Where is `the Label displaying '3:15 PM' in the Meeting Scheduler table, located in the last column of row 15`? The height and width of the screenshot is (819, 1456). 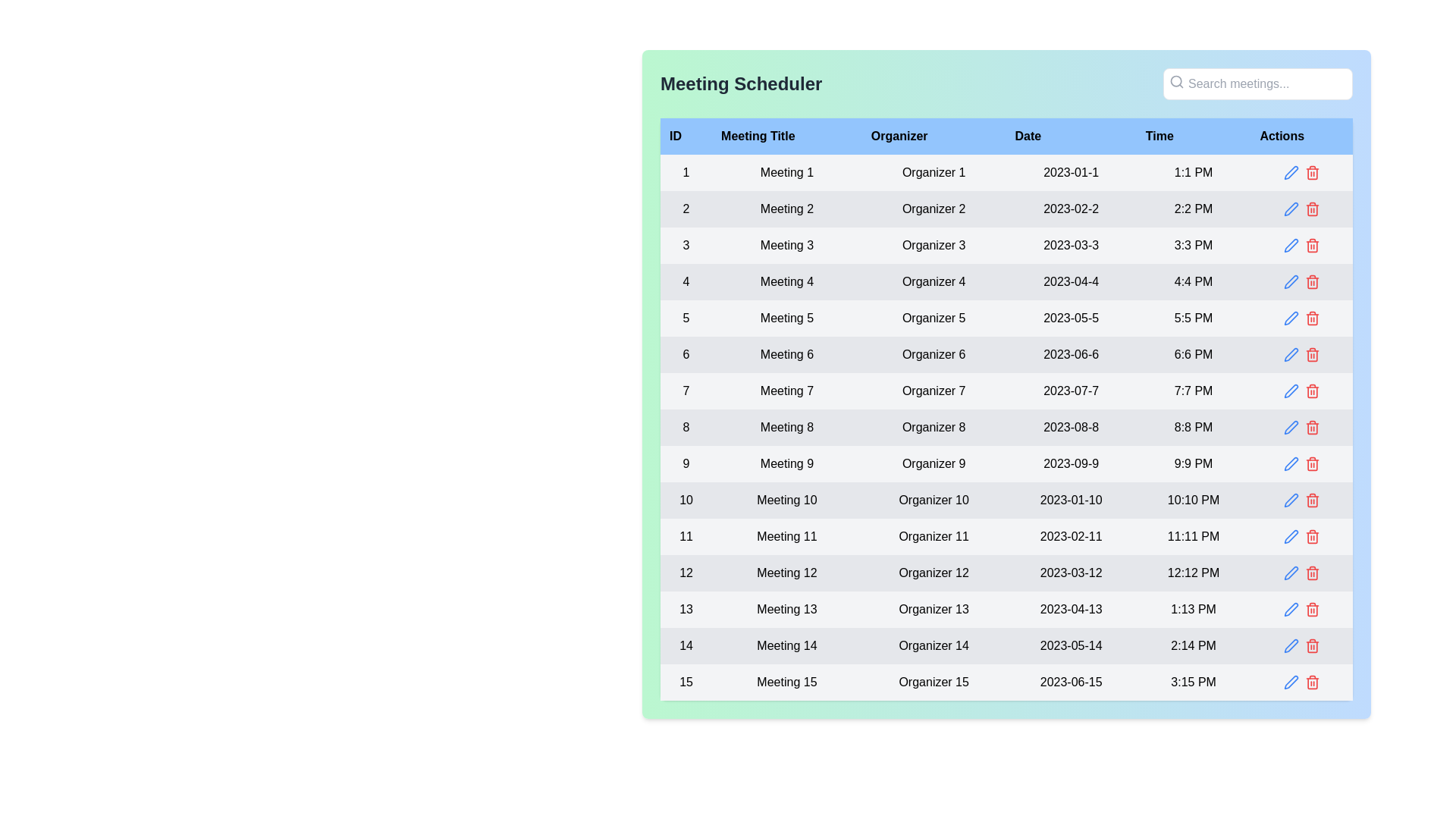
the Label displaying '3:15 PM' in the Meeting Scheduler table, located in the last column of row 15 is located at coordinates (1193, 681).